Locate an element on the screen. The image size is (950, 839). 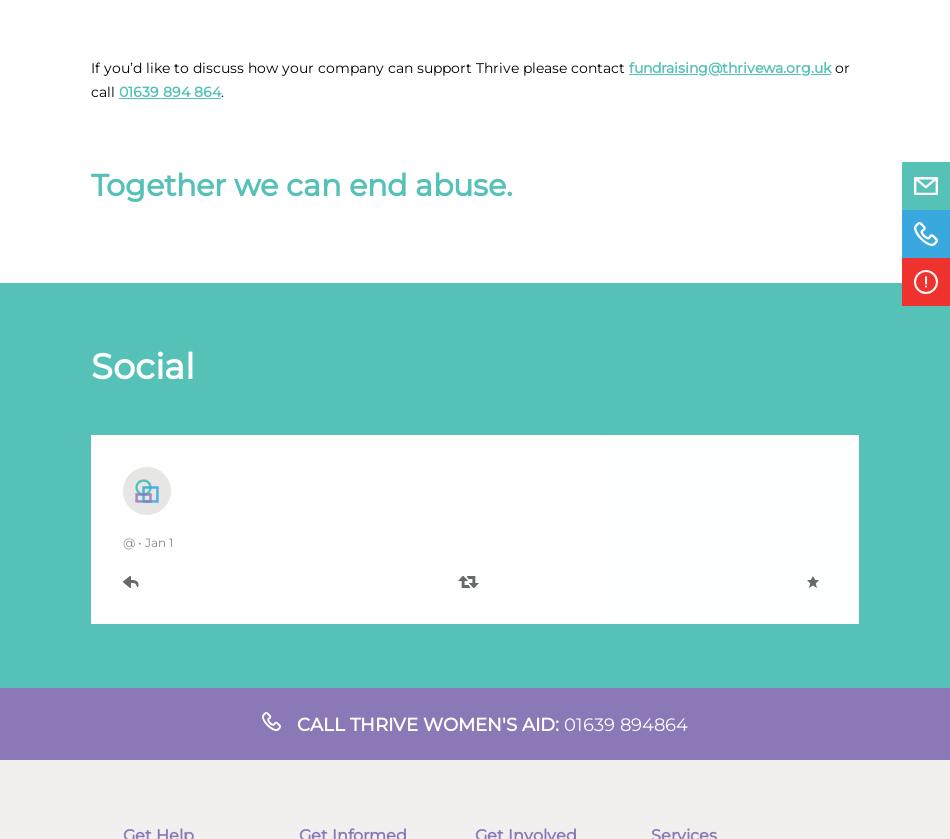
'Social' is located at coordinates (142, 366).